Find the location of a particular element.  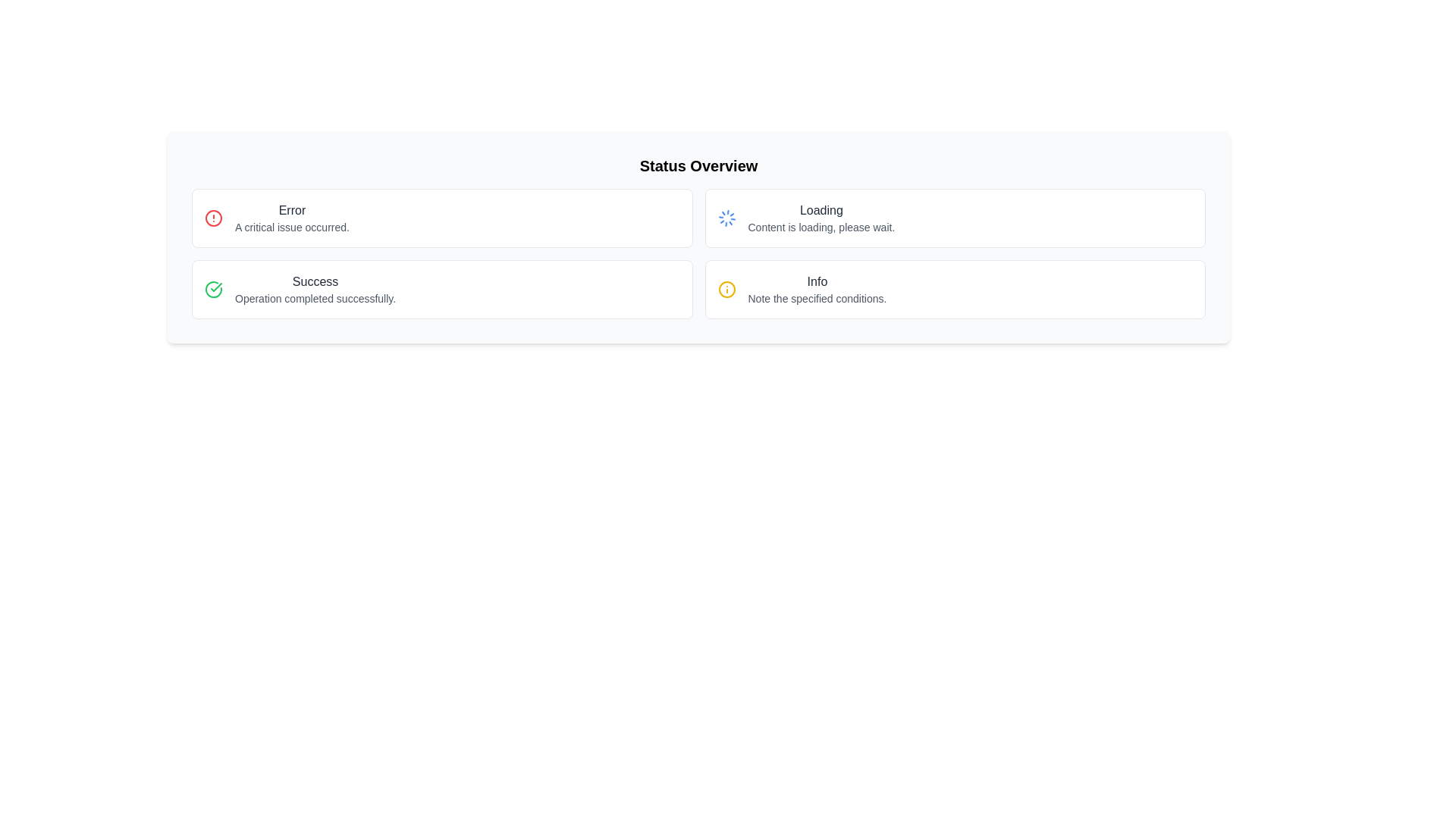

the error alert icon located to the left of the text 'Error A critical issue occurred.' is located at coordinates (213, 218).